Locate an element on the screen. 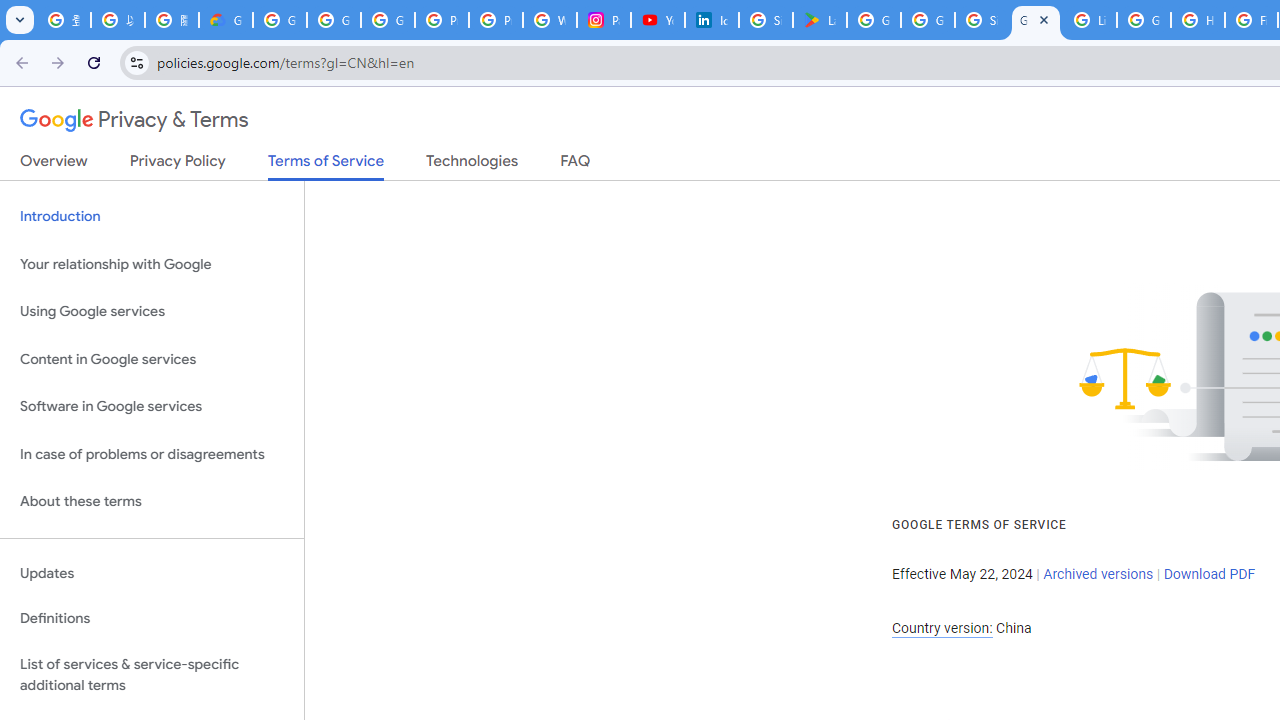 This screenshot has width=1280, height=720. 'About these terms' is located at coordinates (151, 501).